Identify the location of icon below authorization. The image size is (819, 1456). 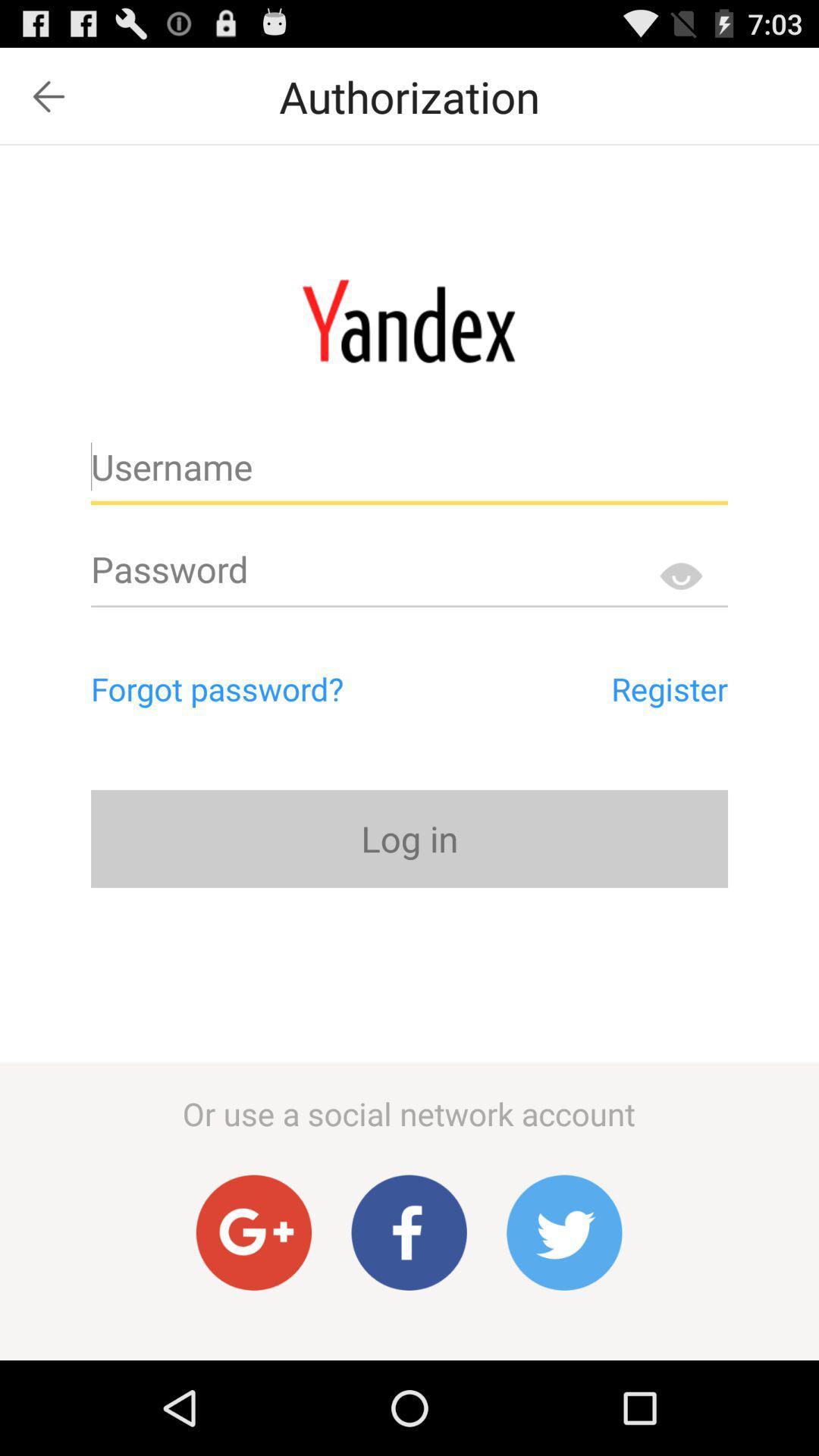
(408, 320).